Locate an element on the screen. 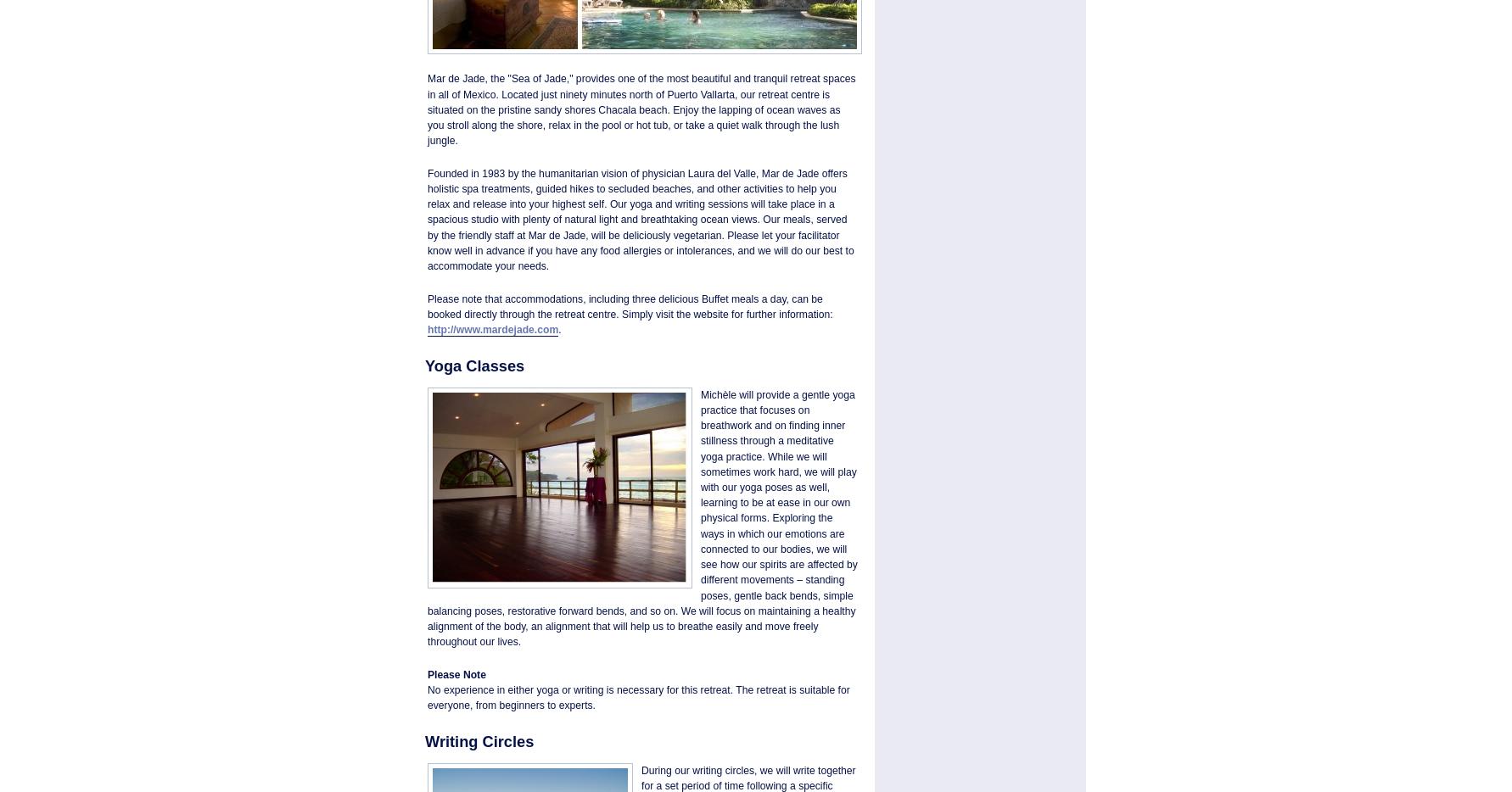  'No experience in either yoga or writing is necessary for this retreat. The retreat is suitable for everyone, from beginners to experts.' is located at coordinates (638, 697).